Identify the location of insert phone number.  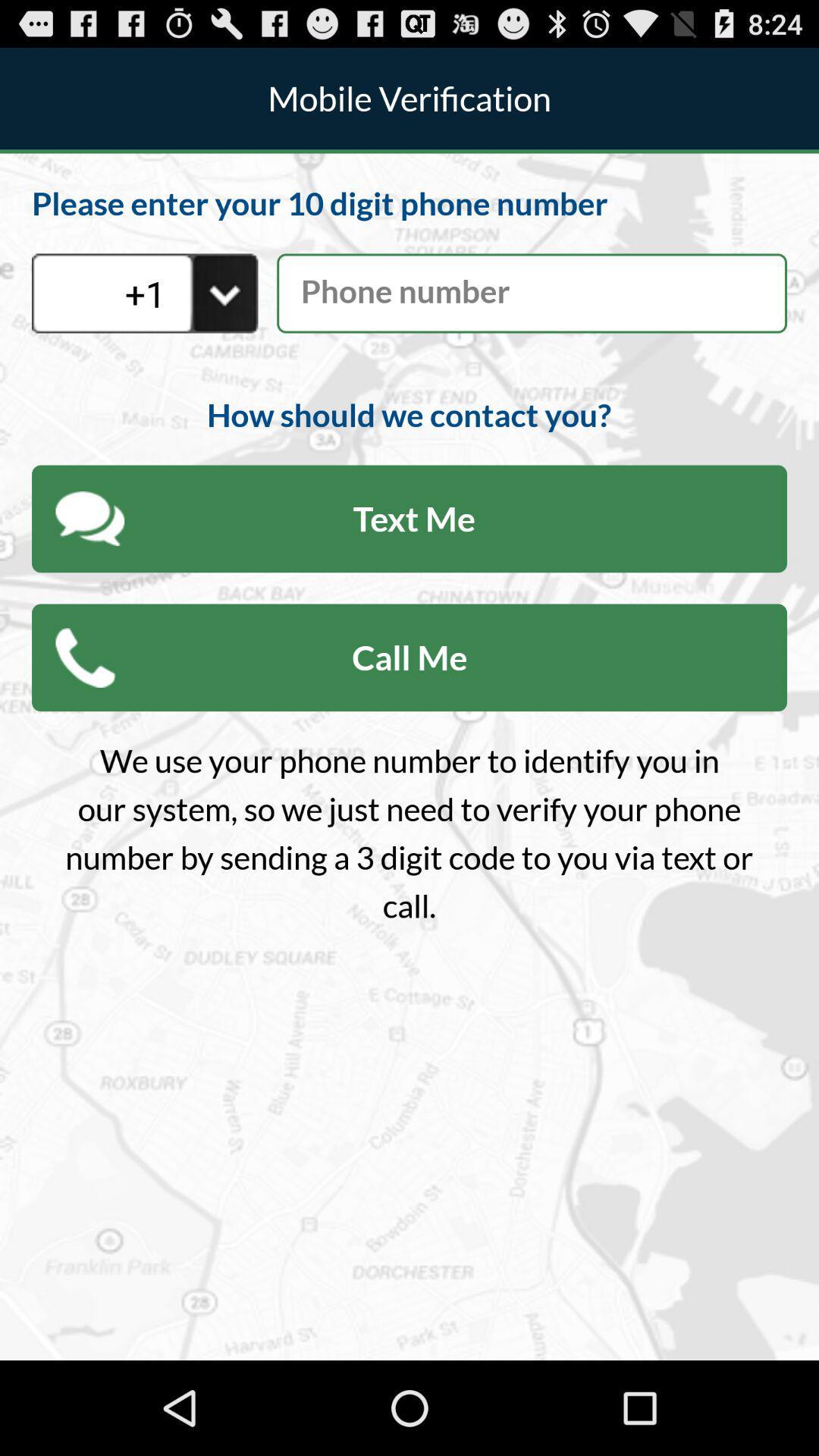
(531, 293).